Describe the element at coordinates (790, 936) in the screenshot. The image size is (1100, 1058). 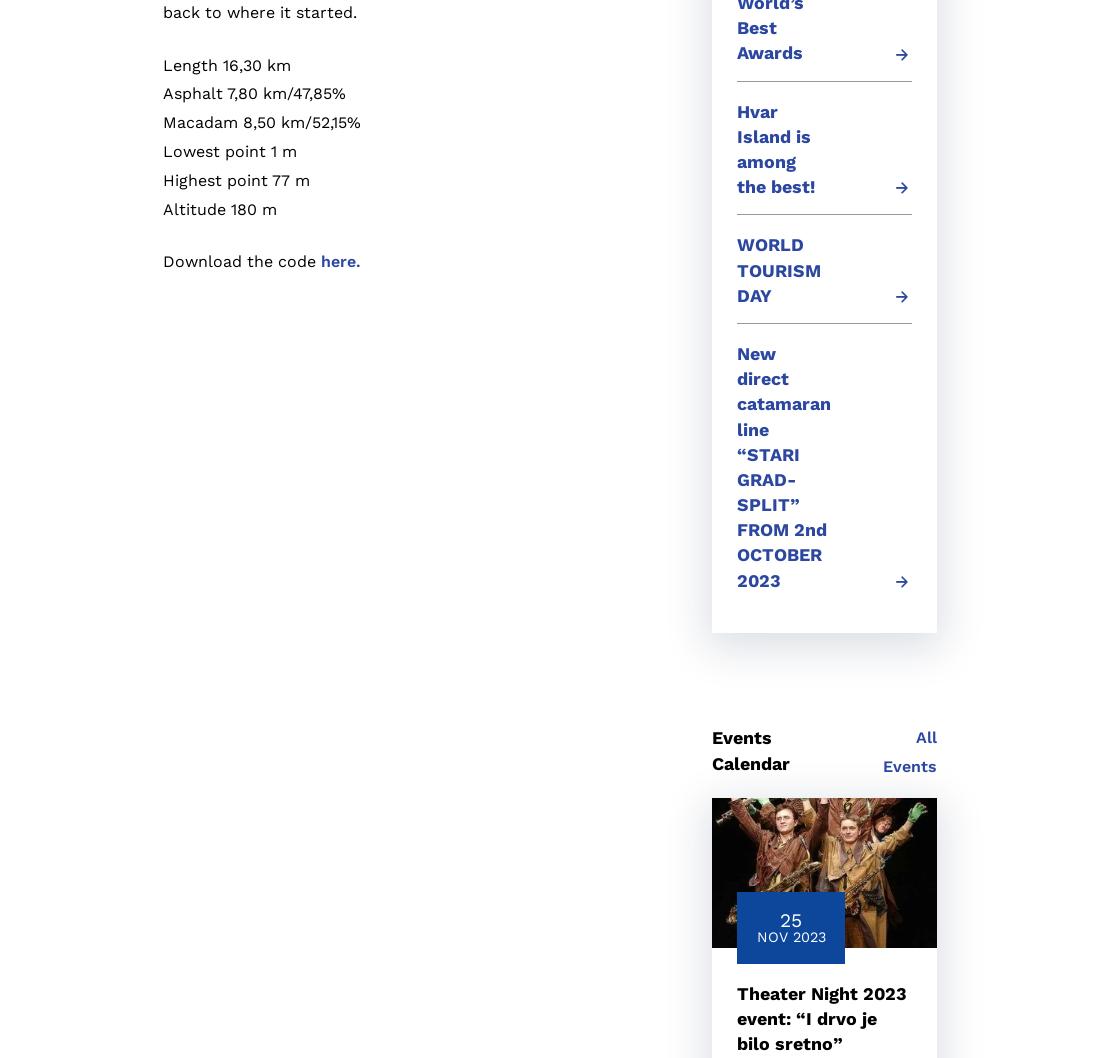
I see `'Nov 2023'` at that location.